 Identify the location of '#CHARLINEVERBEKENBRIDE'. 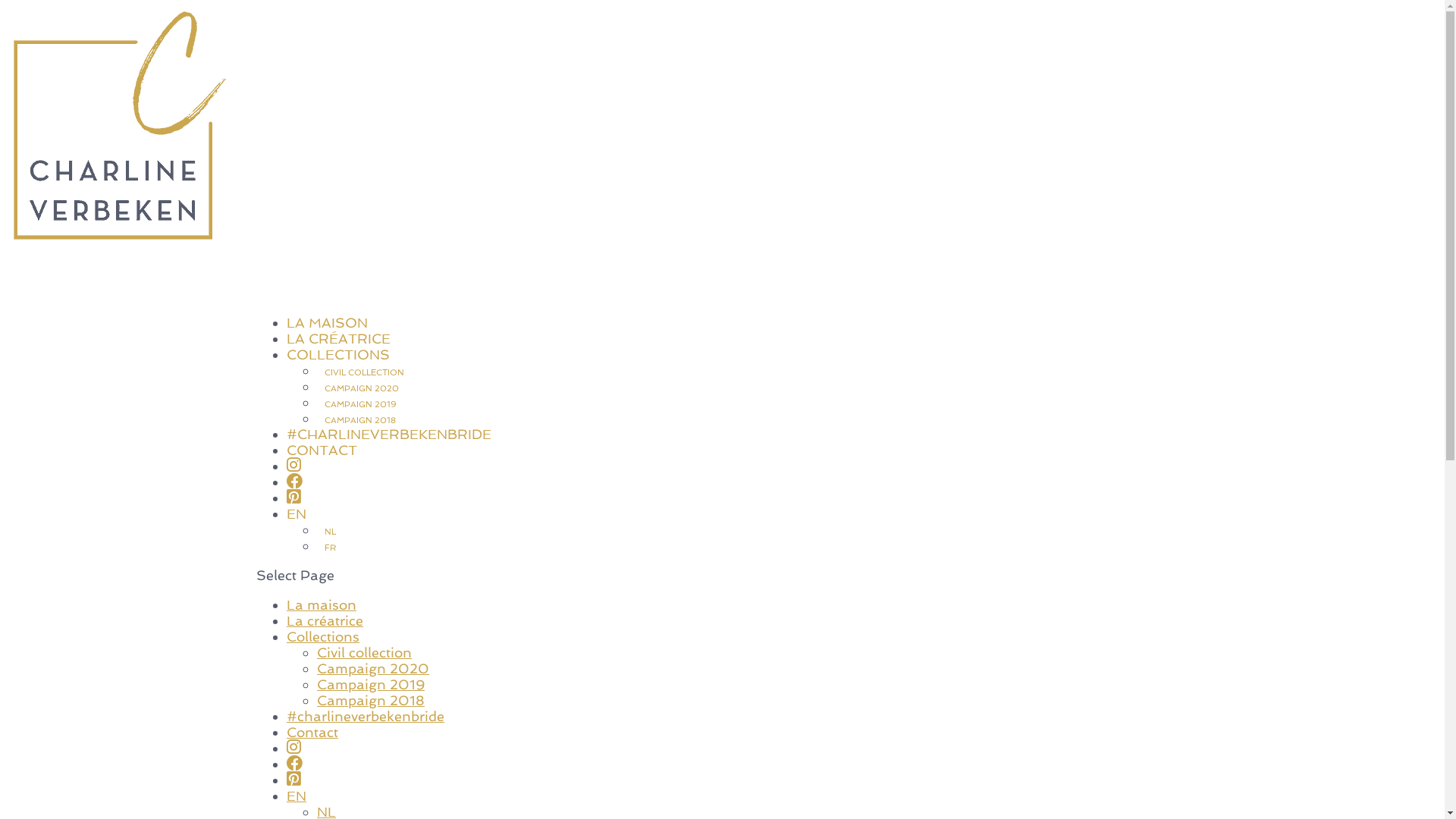
(287, 460).